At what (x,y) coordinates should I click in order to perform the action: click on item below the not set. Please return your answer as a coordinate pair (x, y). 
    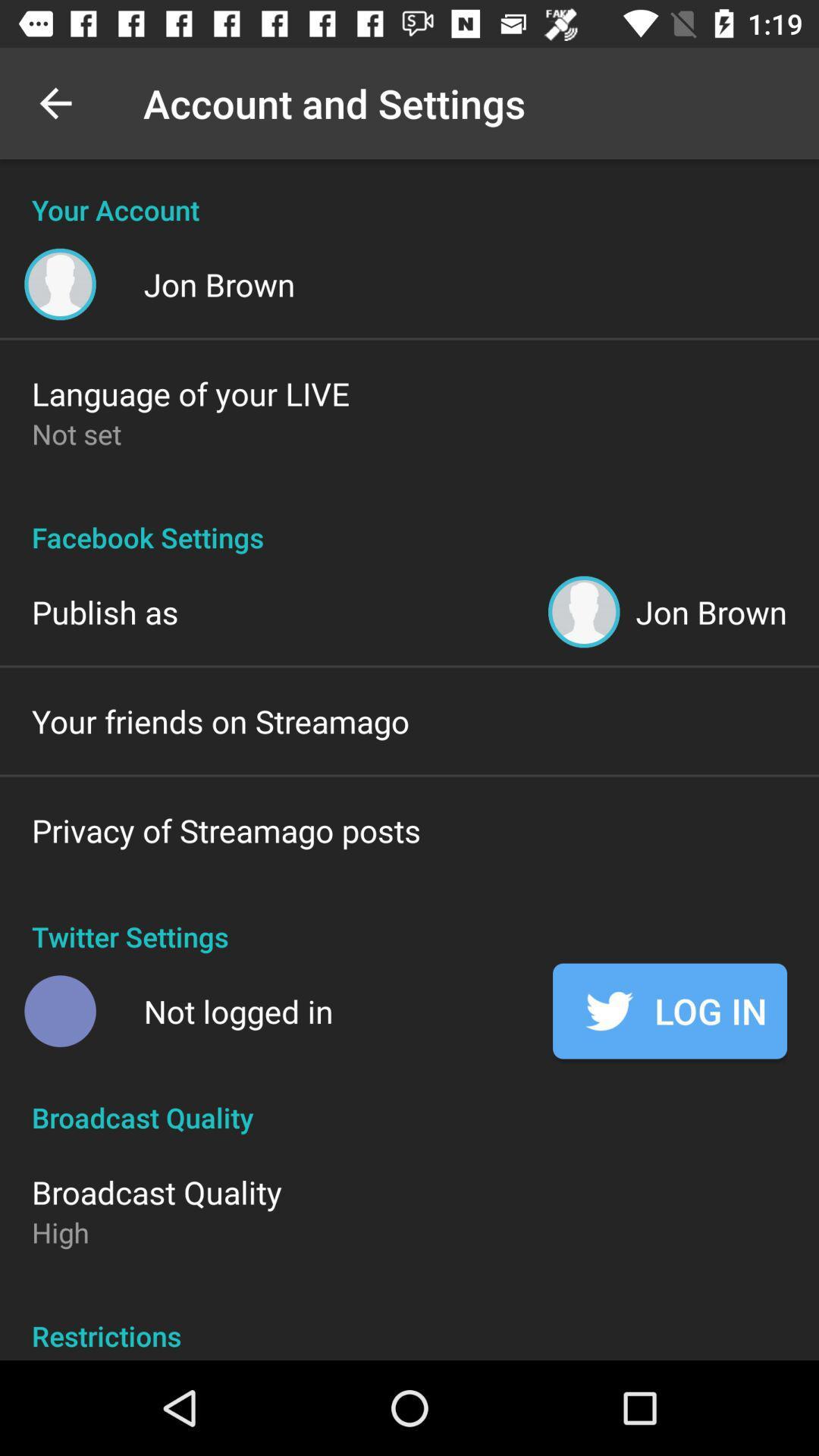
    Looking at the image, I should click on (409, 521).